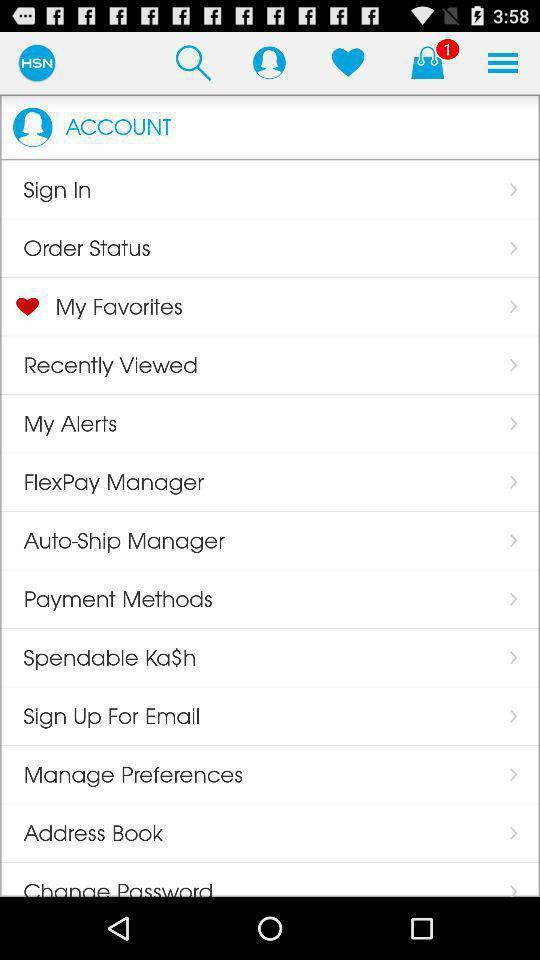  Describe the element at coordinates (97, 364) in the screenshot. I see `the recently viewed icon` at that location.